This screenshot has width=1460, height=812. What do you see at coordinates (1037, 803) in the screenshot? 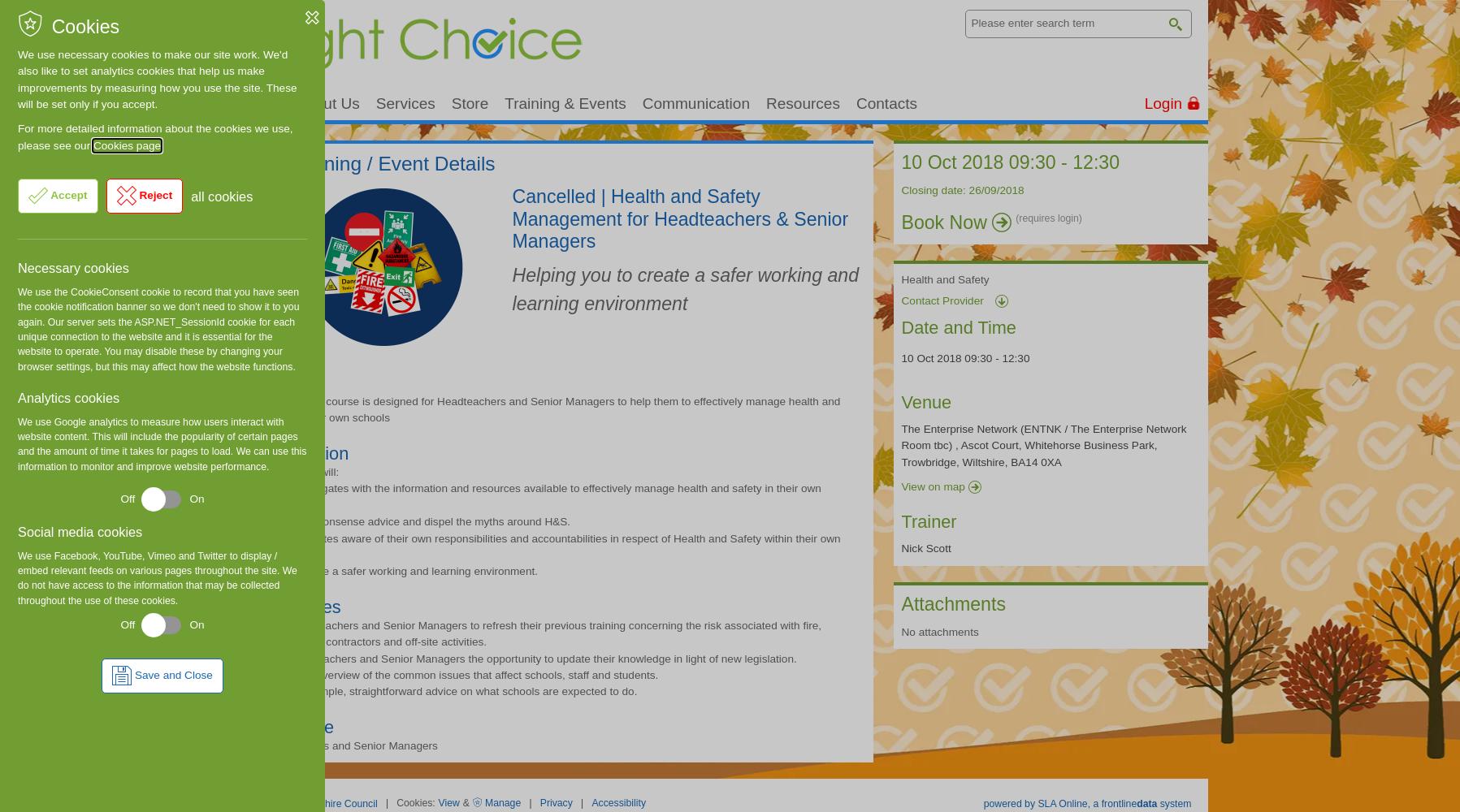
I see `'SLA Online'` at bounding box center [1037, 803].